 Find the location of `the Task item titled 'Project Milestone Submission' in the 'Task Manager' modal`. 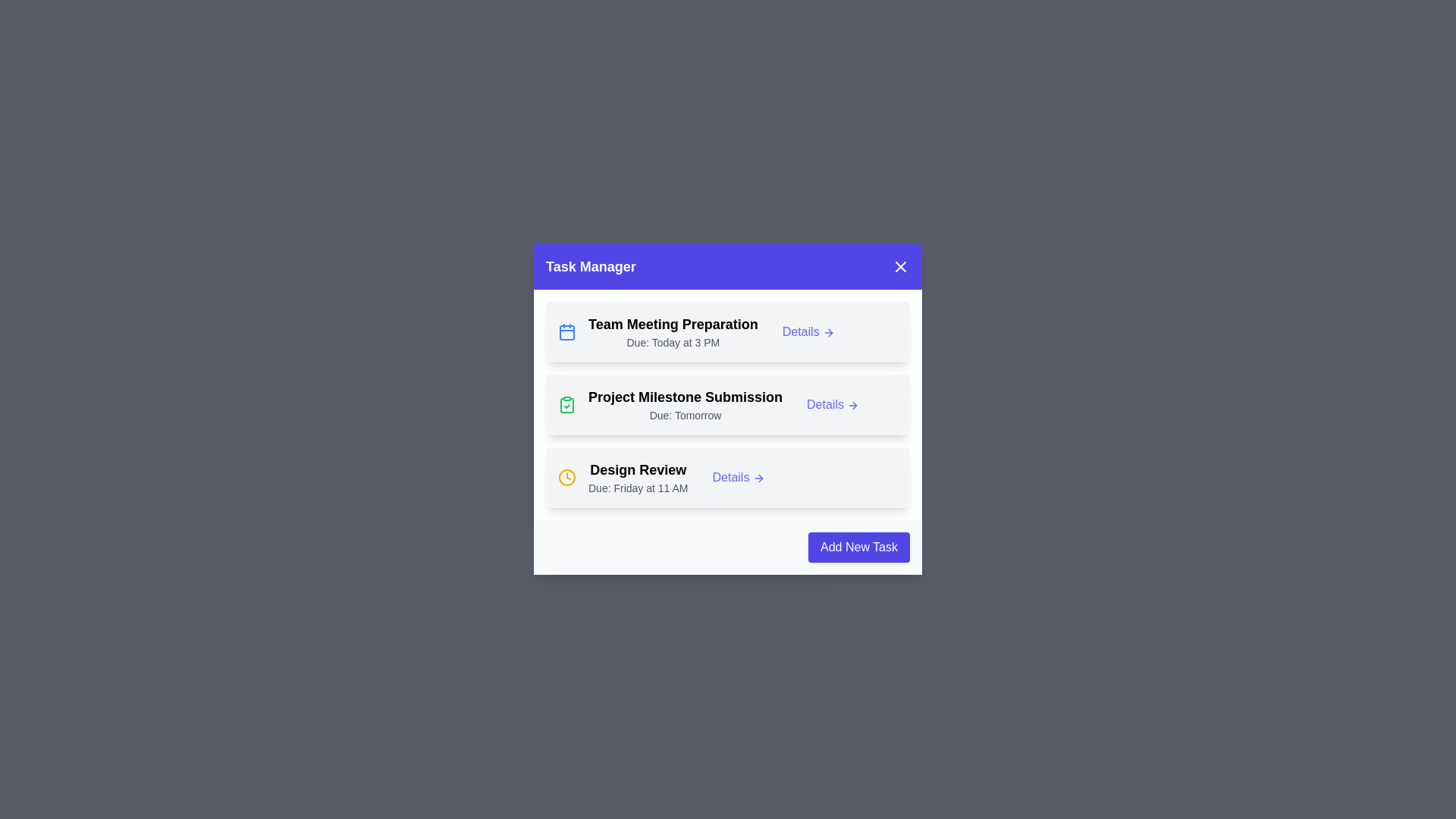

the Task item titled 'Project Milestone Submission' in the 'Task Manager' modal is located at coordinates (728, 403).